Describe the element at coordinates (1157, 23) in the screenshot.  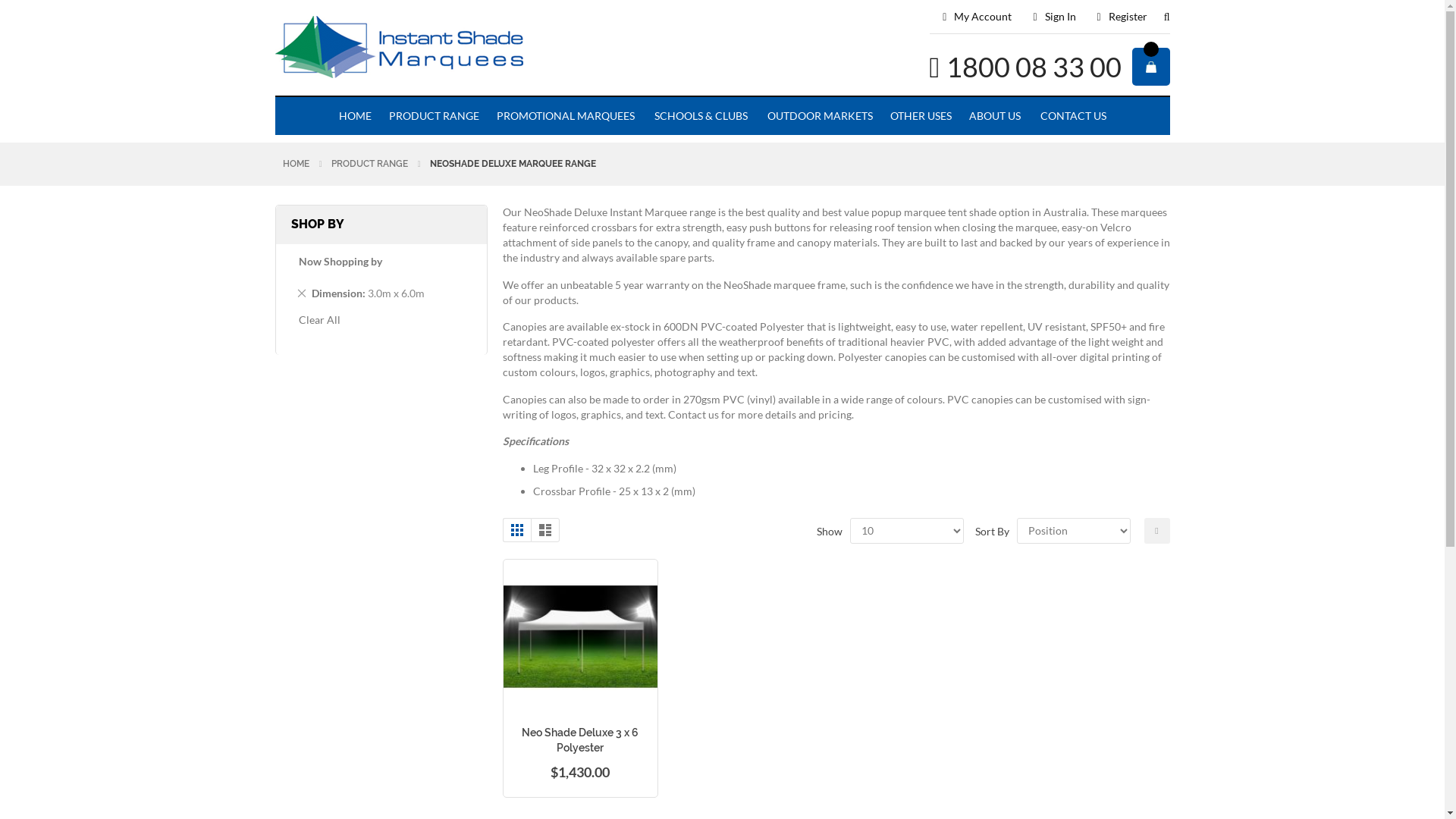
I see `'Search'` at that location.